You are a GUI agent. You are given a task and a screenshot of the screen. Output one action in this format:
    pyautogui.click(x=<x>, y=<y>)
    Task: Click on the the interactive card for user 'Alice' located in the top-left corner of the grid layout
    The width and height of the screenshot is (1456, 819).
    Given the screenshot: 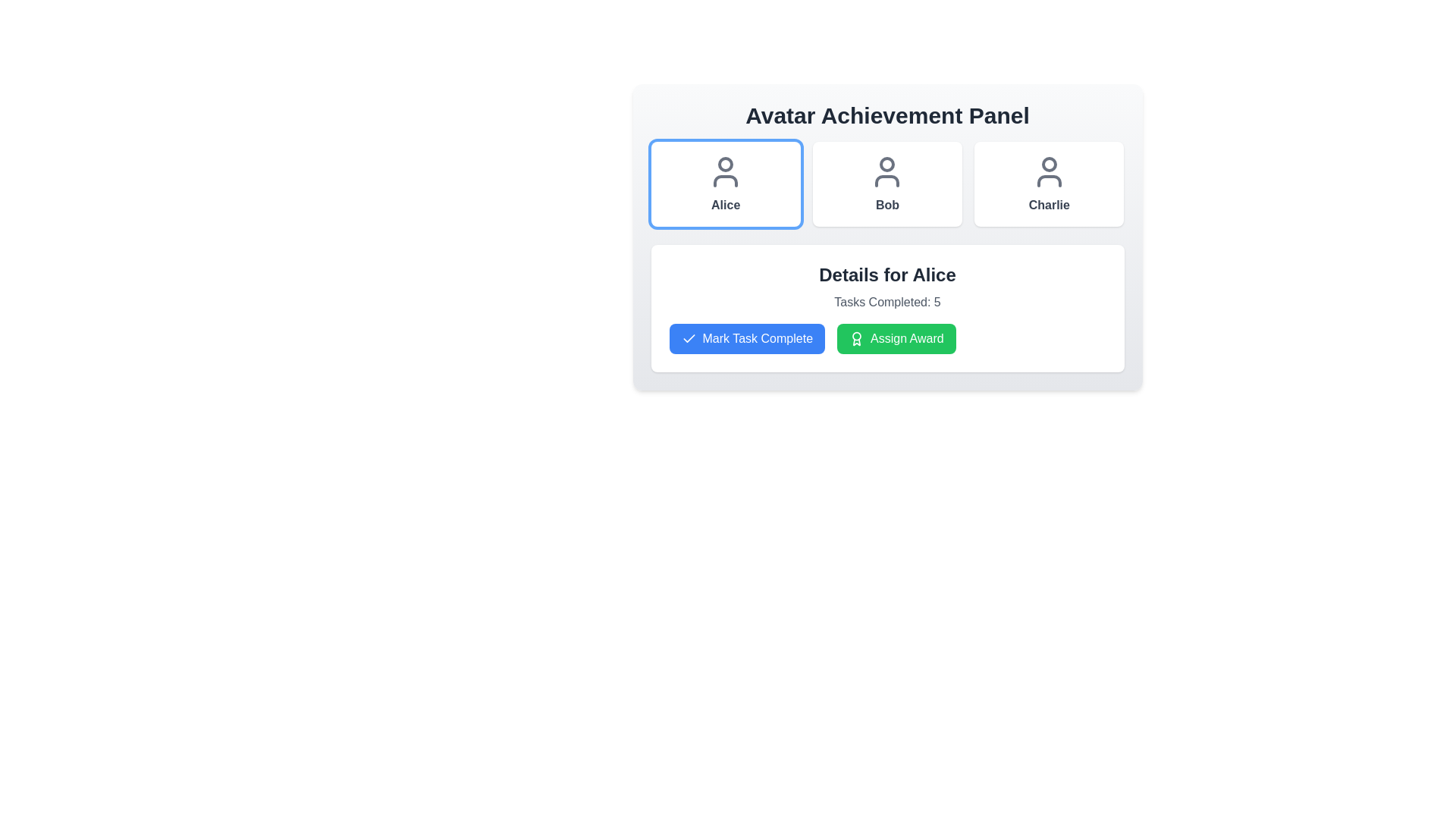 What is the action you would take?
    pyautogui.click(x=725, y=184)
    